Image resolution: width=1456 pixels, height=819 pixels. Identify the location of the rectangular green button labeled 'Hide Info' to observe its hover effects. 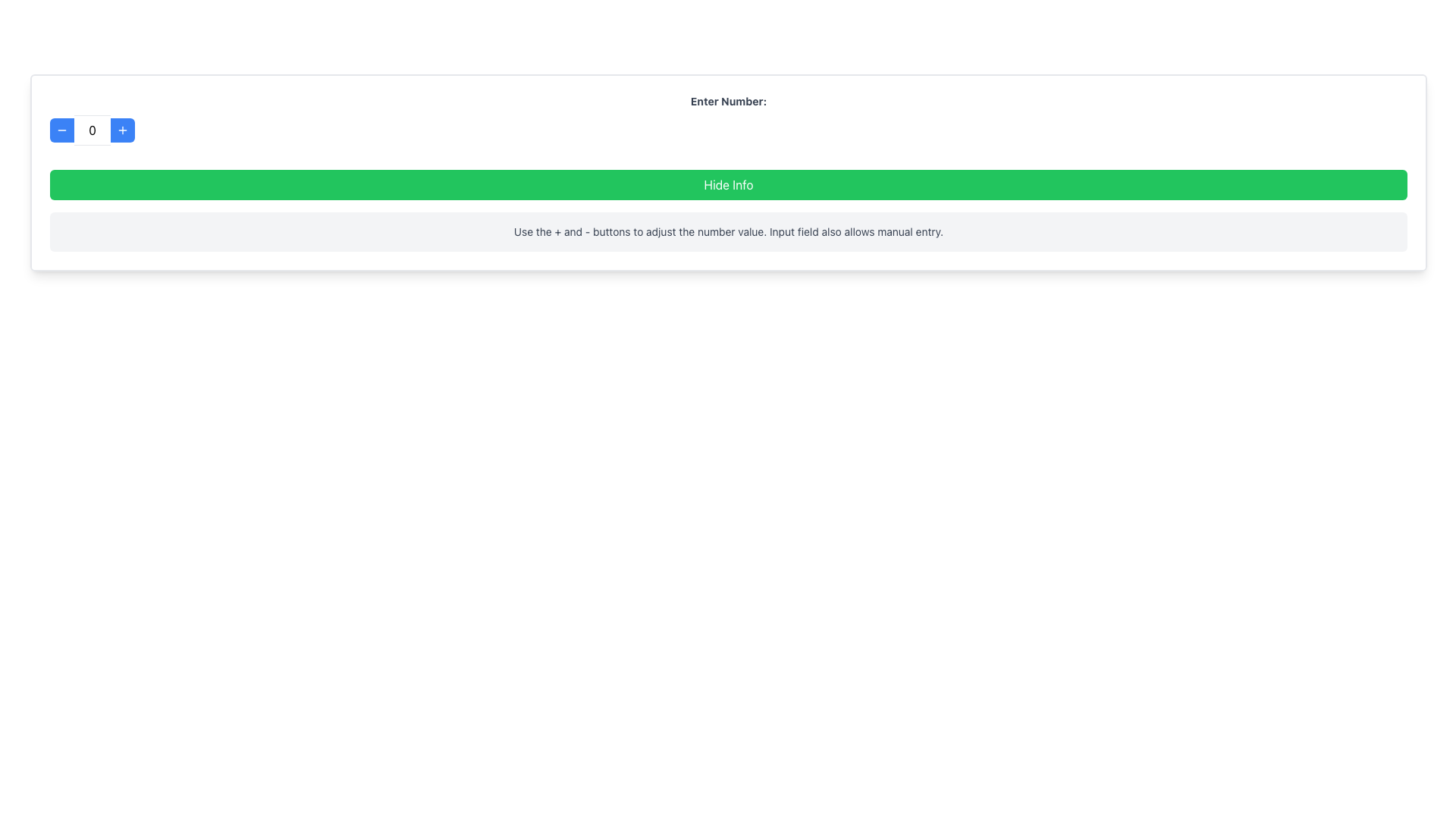
(728, 184).